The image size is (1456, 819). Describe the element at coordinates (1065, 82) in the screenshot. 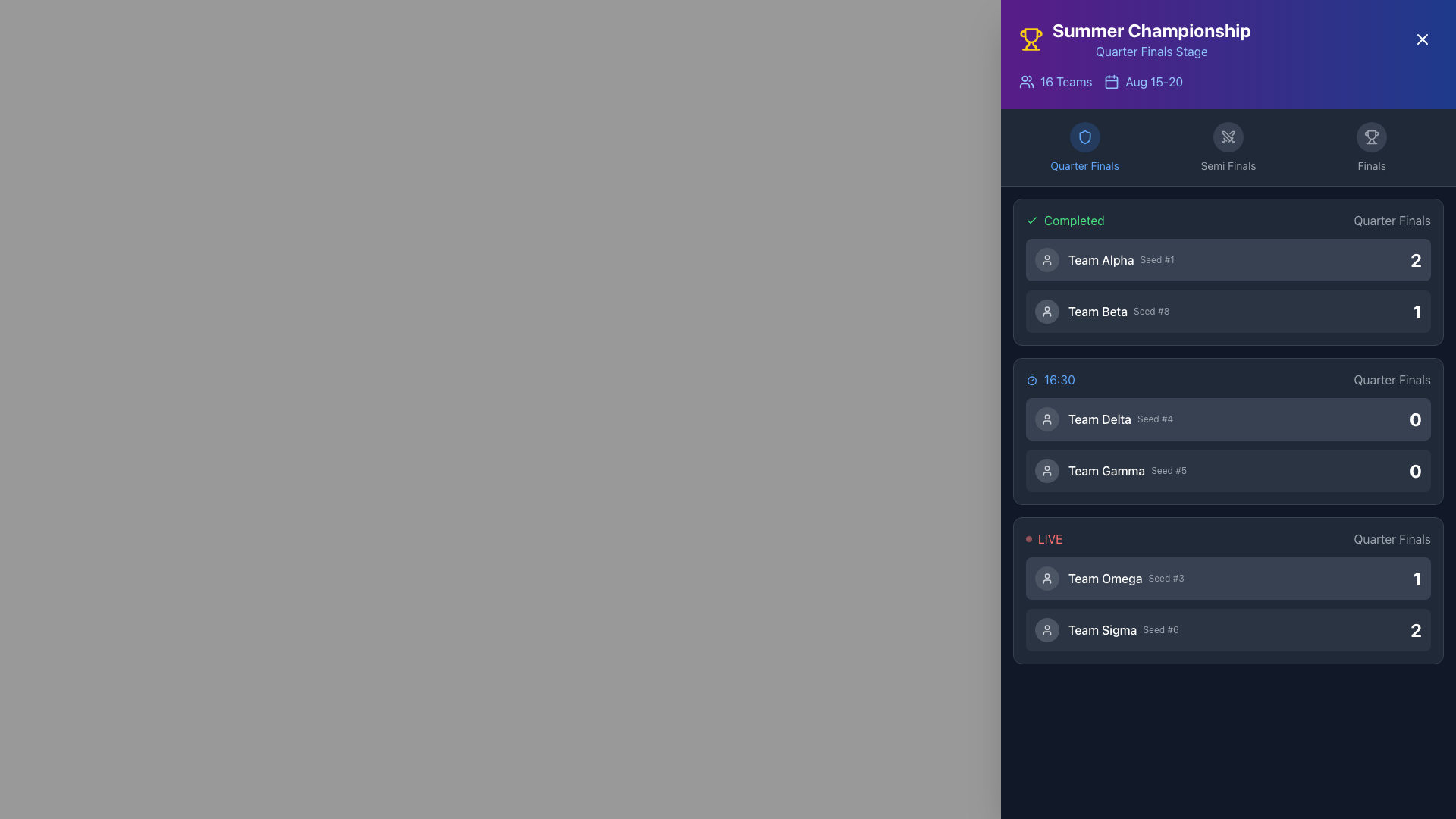

I see `the text label displaying '16 Teams' in a light blue font on a dark purple background, centrally positioned in the header area of the interface` at that location.